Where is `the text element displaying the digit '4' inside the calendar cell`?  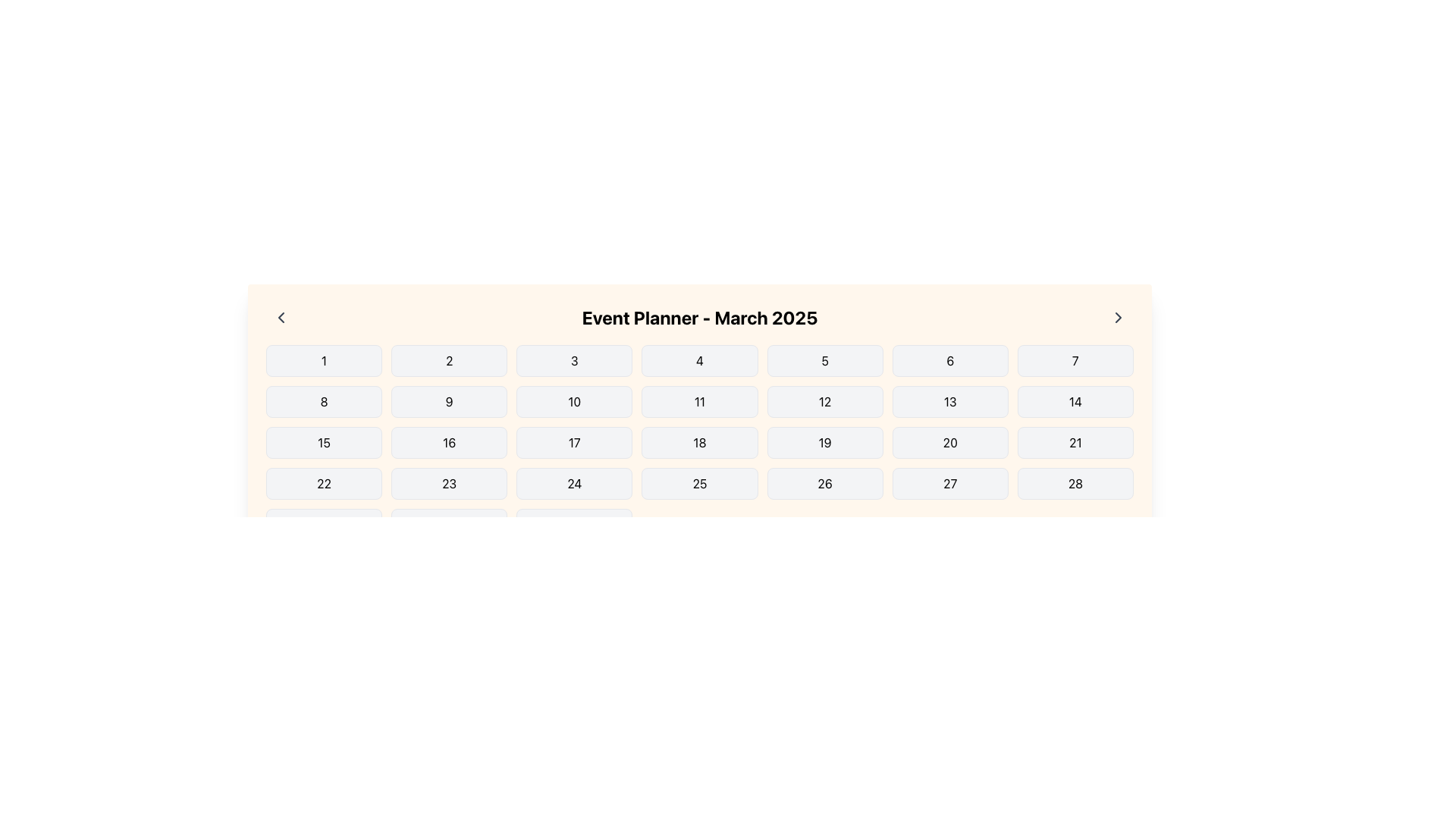 the text element displaying the digit '4' inside the calendar cell is located at coordinates (698, 360).